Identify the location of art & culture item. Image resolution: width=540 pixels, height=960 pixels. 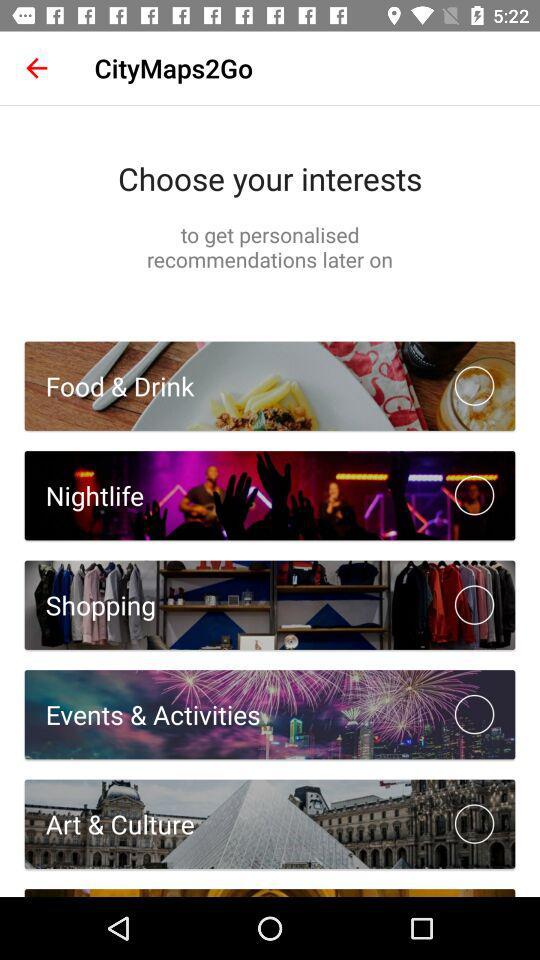
(109, 824).